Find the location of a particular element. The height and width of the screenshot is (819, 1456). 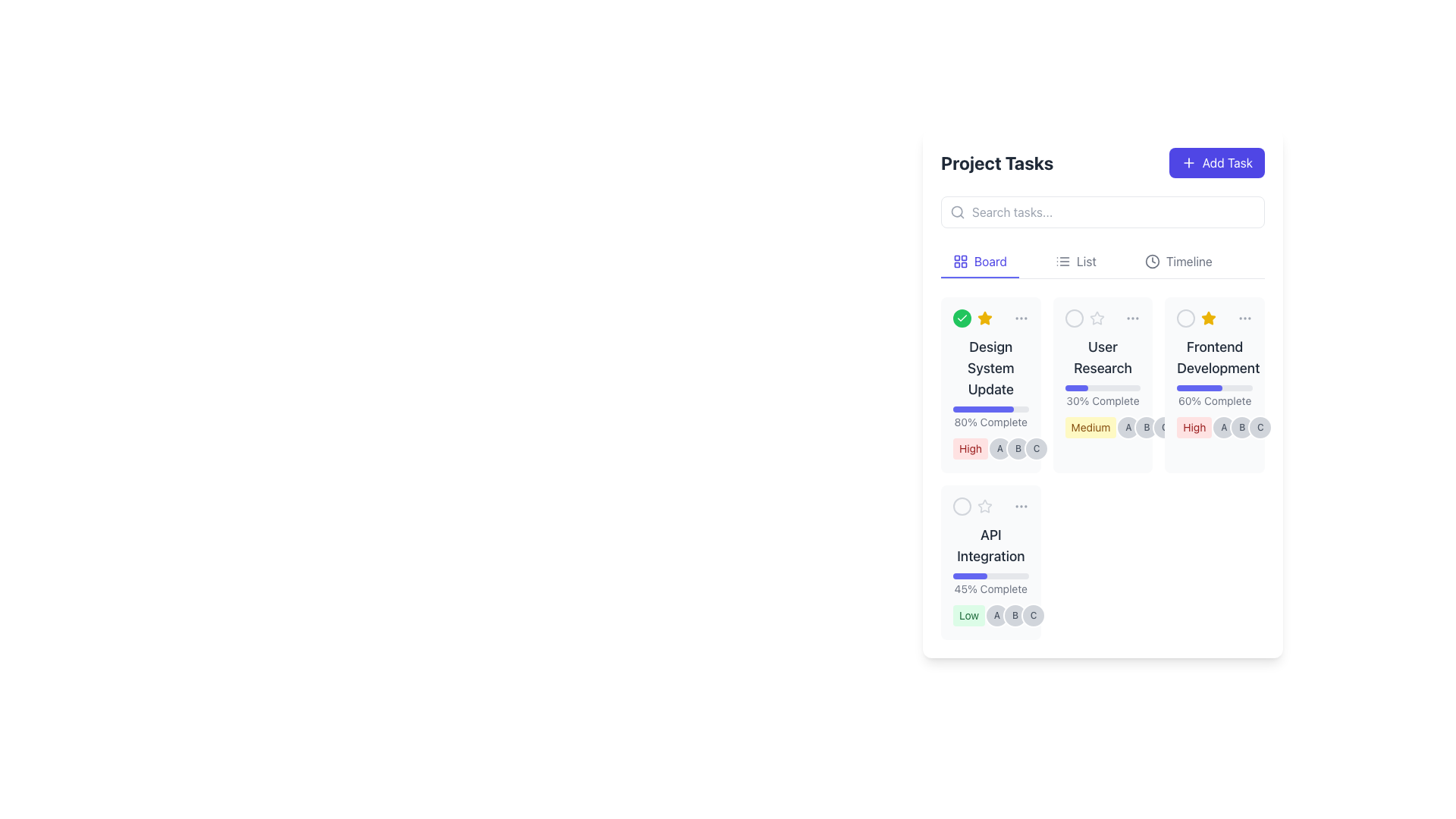

the static text label displaying '60% Complete' located below the progress bar in the 'Frontend Development' task card is located at coordinates (1215, 400).